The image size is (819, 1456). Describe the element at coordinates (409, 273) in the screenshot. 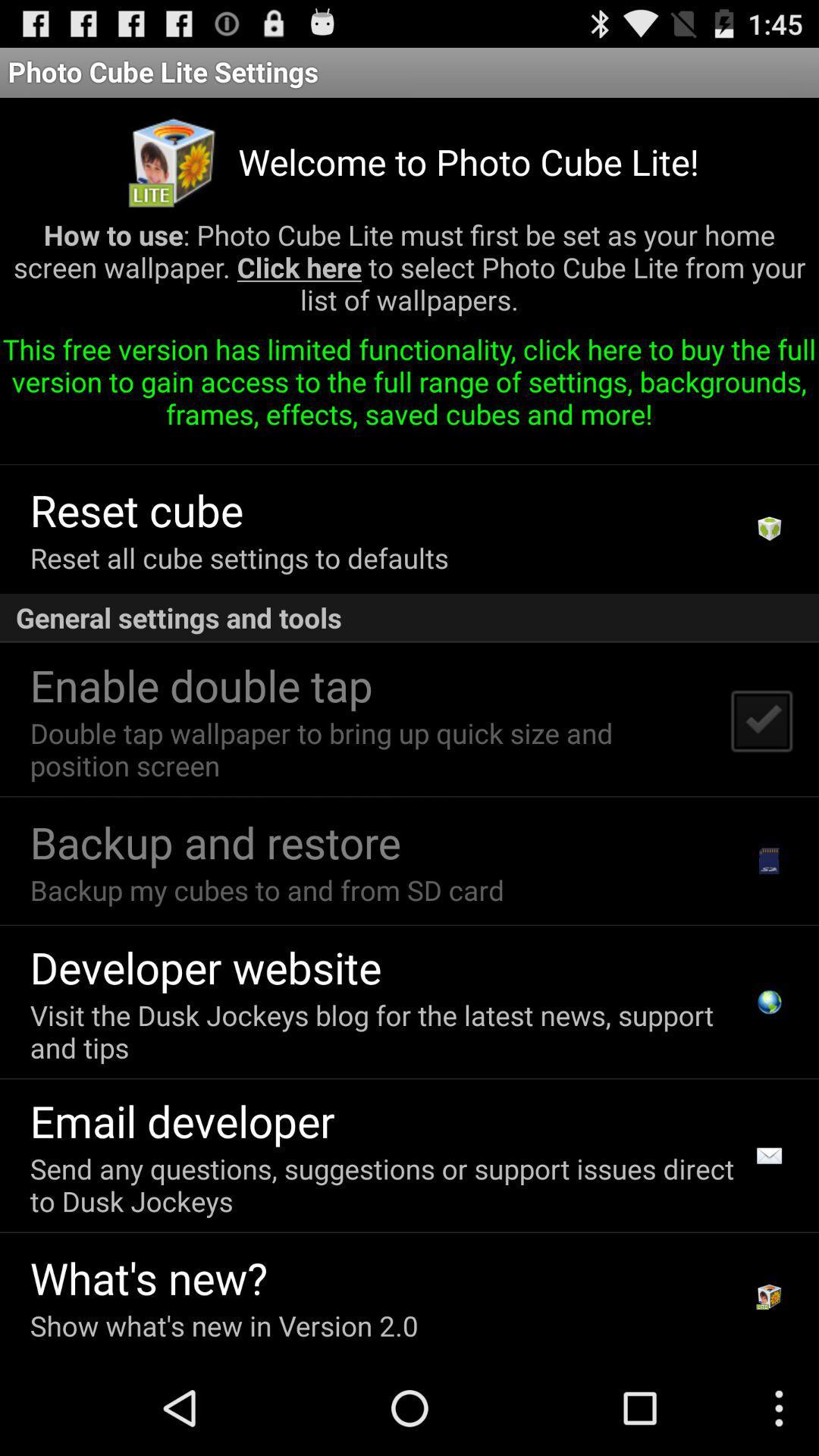

I see `icon below welcome to photo app` at that location.